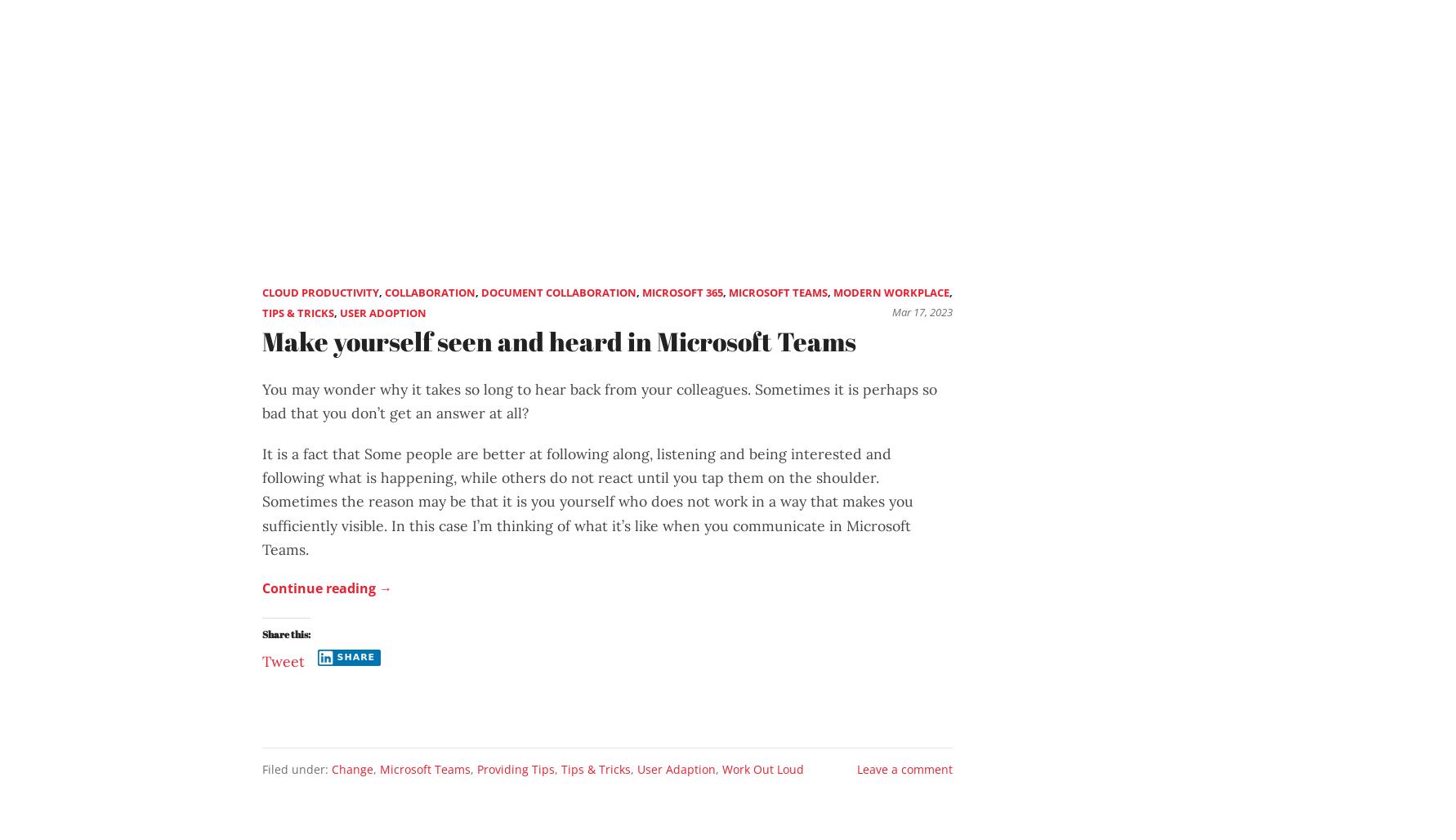 This screenshot has height=840, width=1456. Describe the element at coordinates (429, 291) in the screenshot. I see `'Collaboration'` at that location.